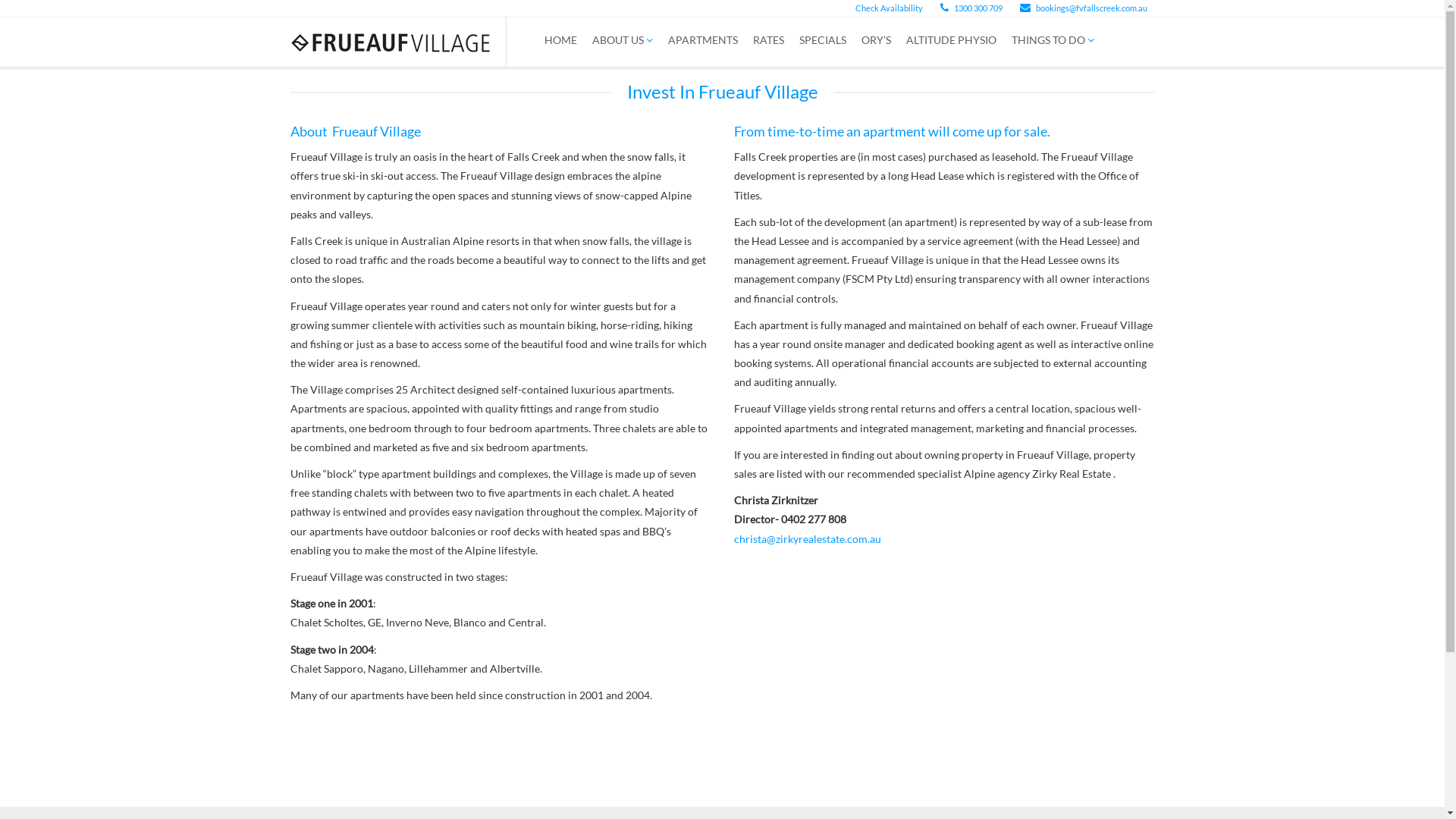 This screenshot has width=1456, height=819. Describe the element at coordinates (1052, 39) in the screenshot. I see `'THINGS TO DO'` at that location.